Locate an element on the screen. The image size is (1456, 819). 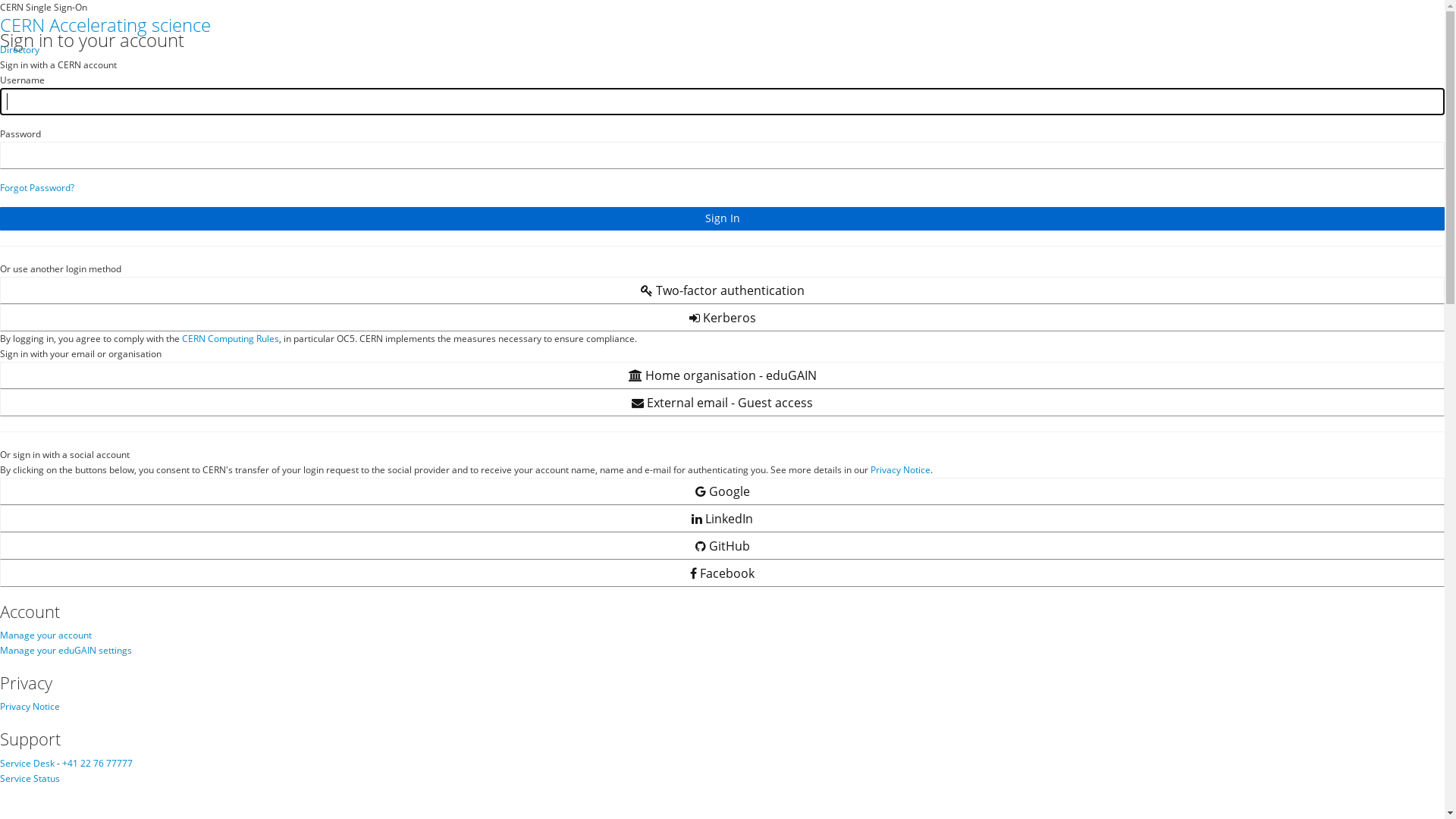
'Manage your eduGAIN settings' is located at coordinates (64, 649).